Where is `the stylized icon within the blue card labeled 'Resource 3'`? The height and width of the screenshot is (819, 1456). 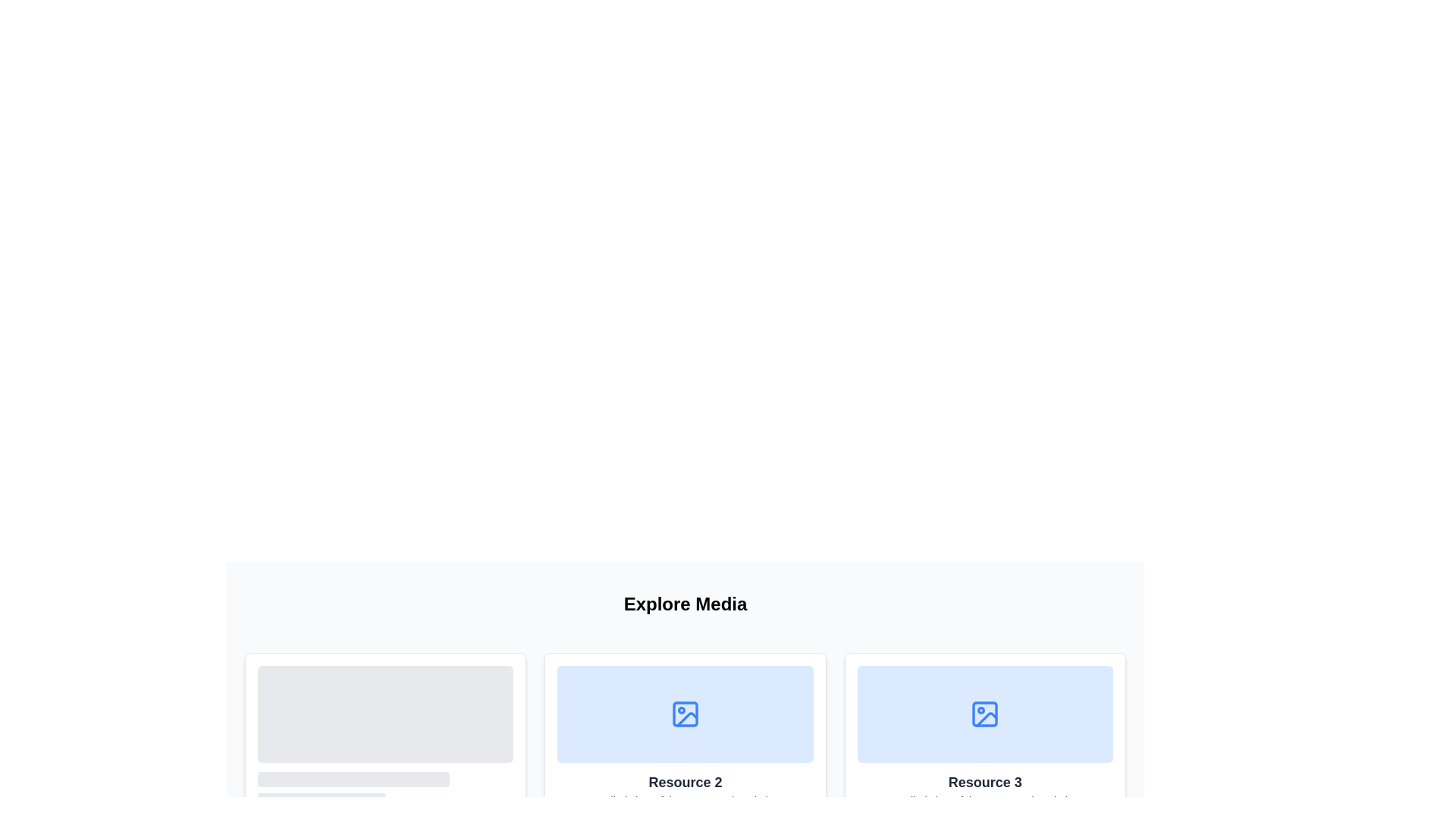 the stylized icon within the blue card labeled 'Resource 3' is located at coordinates (985, 714).